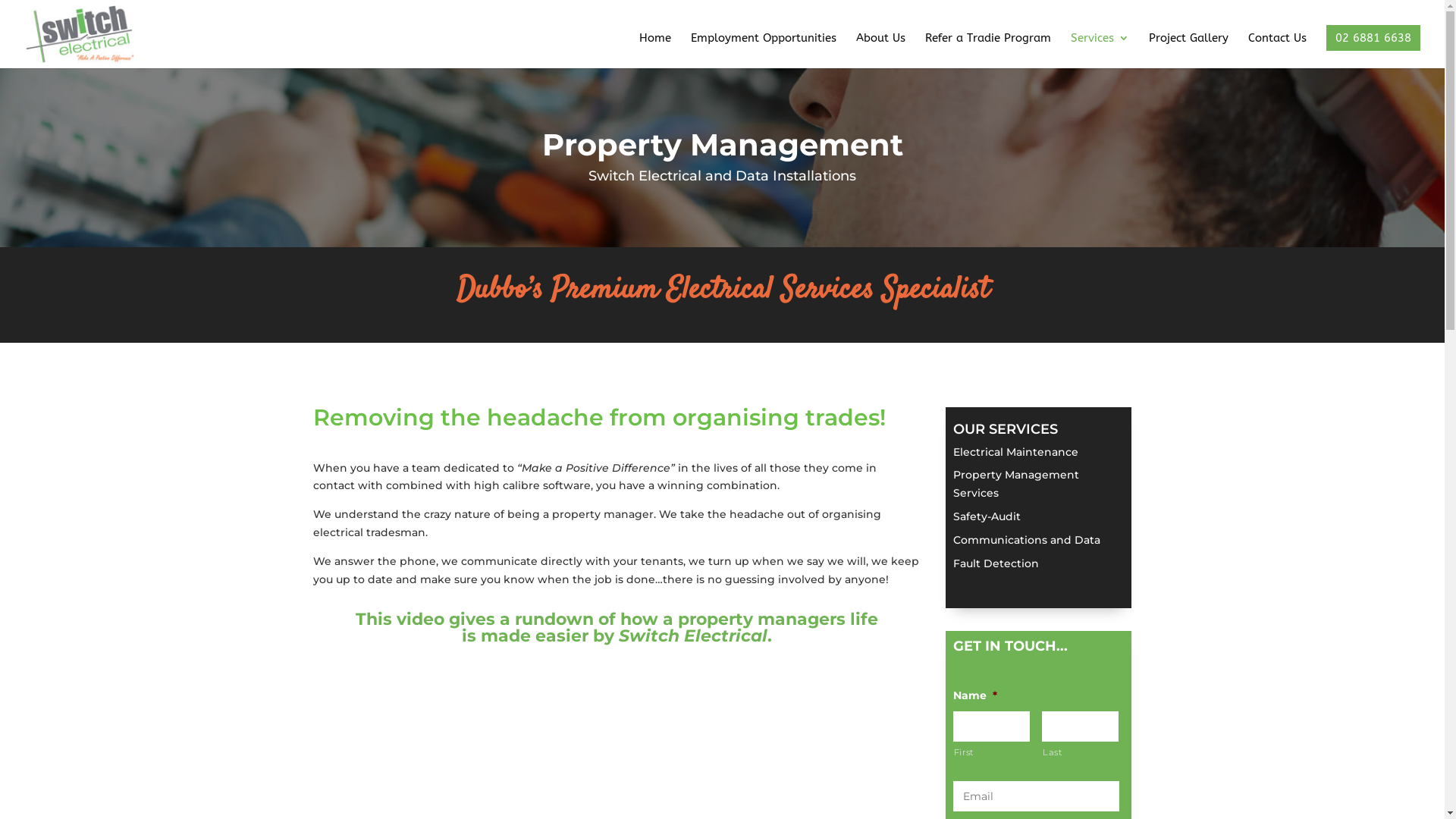 This screenshot has height=819, width=1456. What do you see at coordinates (996, 563) in the screenshot?
I see `'Fault Detection'` at bounding box center [996, 563].